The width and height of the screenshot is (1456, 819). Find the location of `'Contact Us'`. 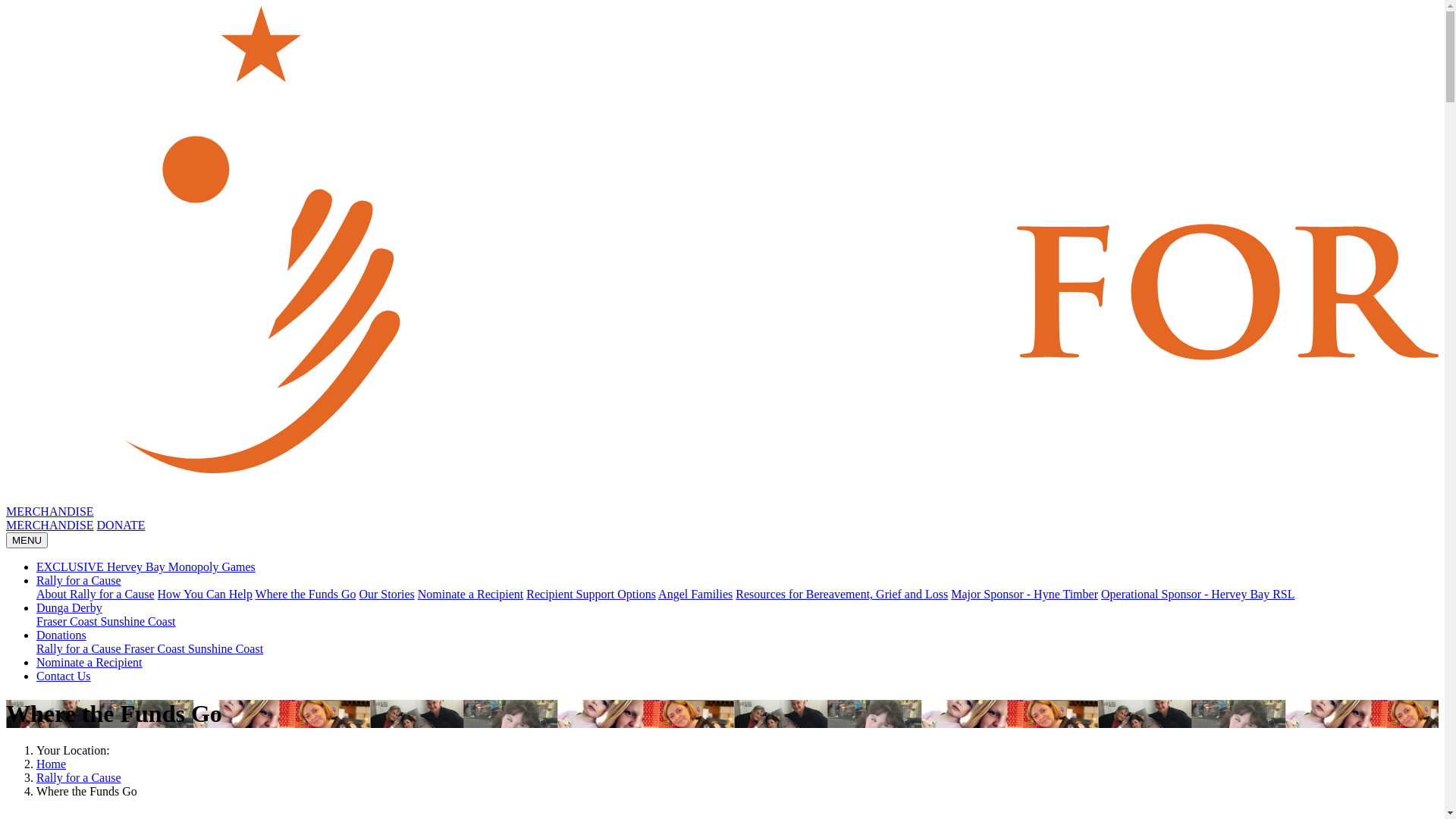

'Contact Us' is located at coordinates (62, 675).